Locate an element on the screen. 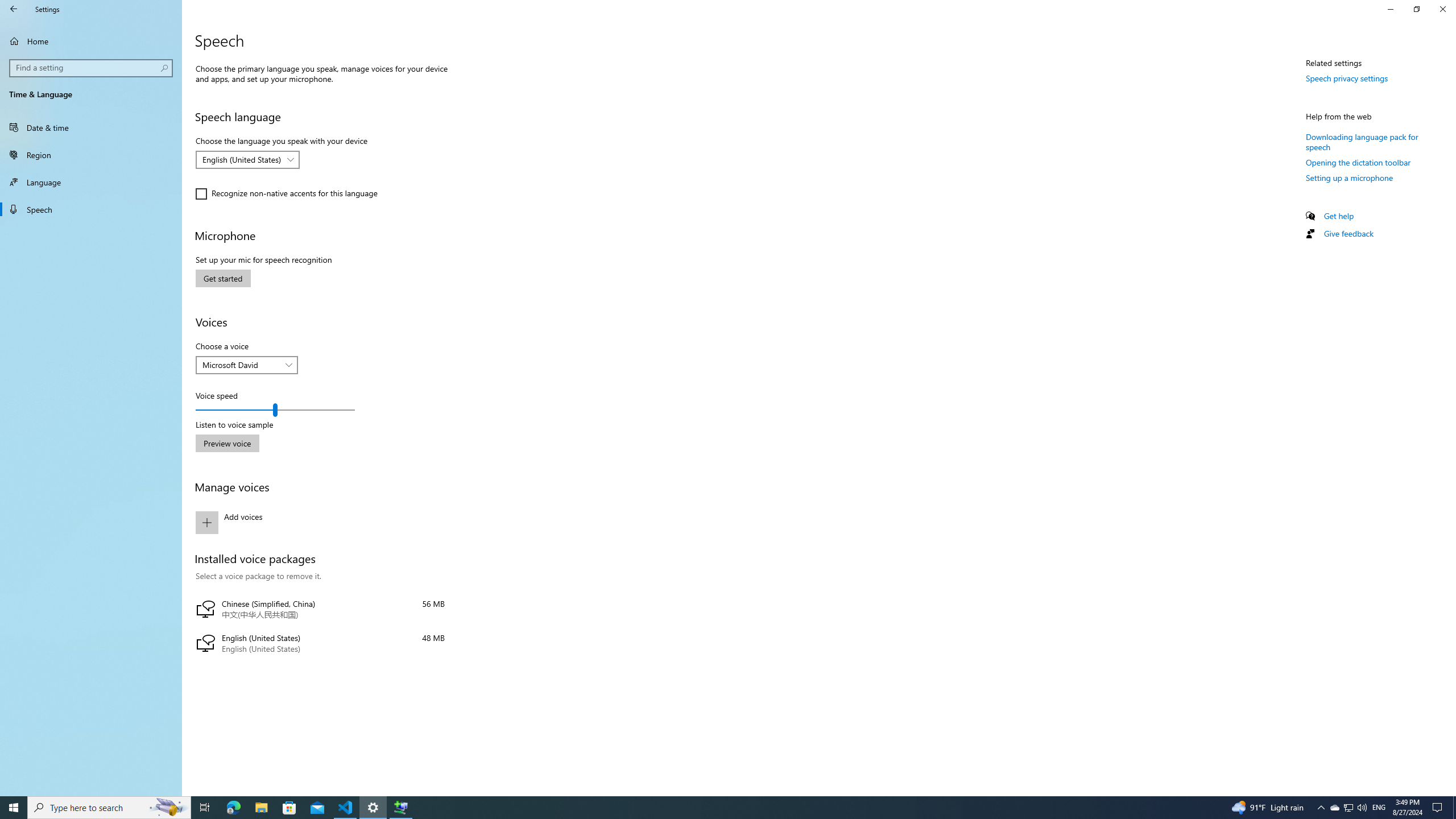 Image resolution: width=1456 pixels, height=819 pixels. 'Choose a voice' is located at coordinates (246, 365).